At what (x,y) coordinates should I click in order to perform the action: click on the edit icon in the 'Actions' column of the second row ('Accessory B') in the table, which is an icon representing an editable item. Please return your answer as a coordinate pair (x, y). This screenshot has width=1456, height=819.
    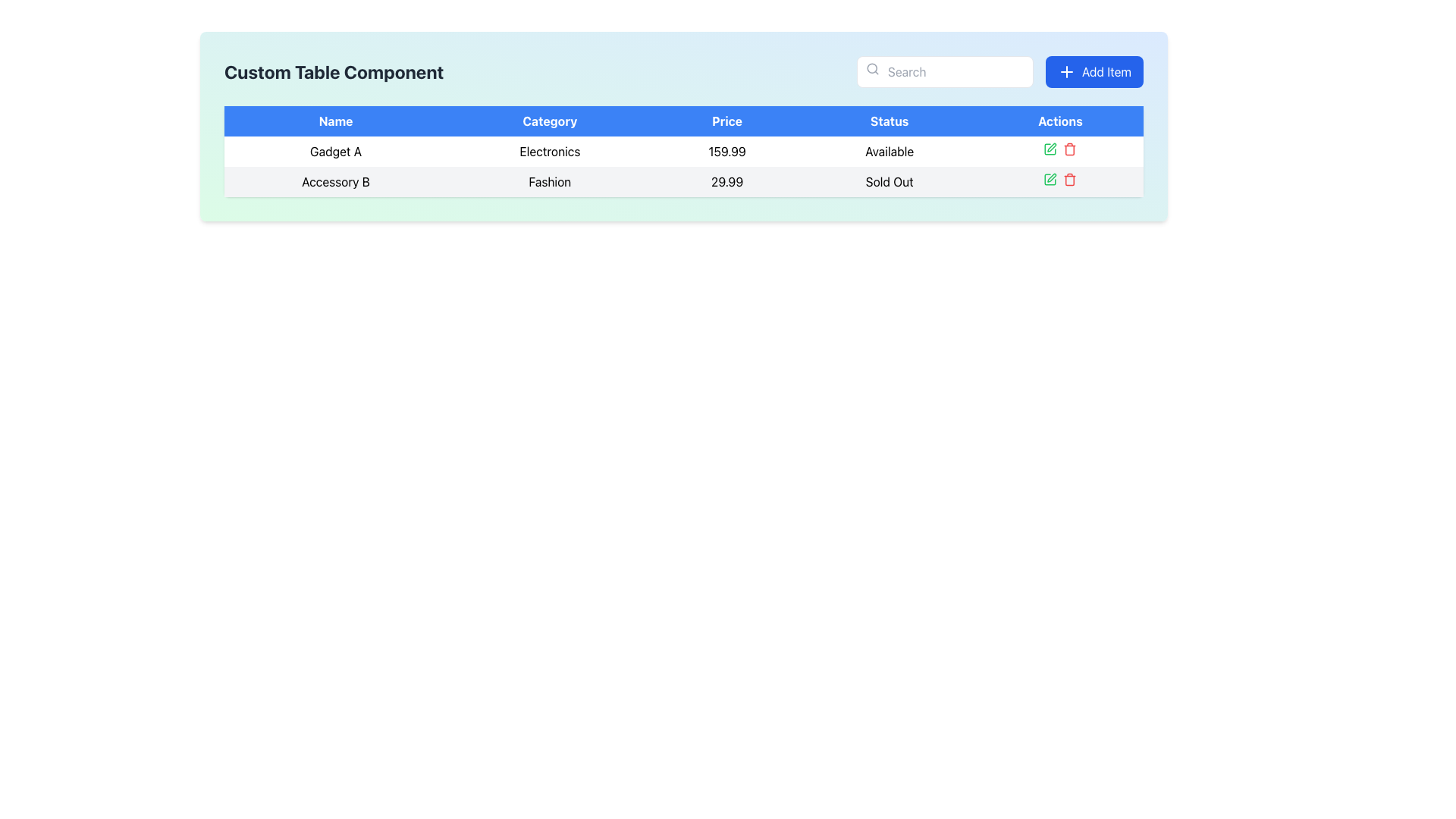
    Looking at the image, I should click on (1050, 178).